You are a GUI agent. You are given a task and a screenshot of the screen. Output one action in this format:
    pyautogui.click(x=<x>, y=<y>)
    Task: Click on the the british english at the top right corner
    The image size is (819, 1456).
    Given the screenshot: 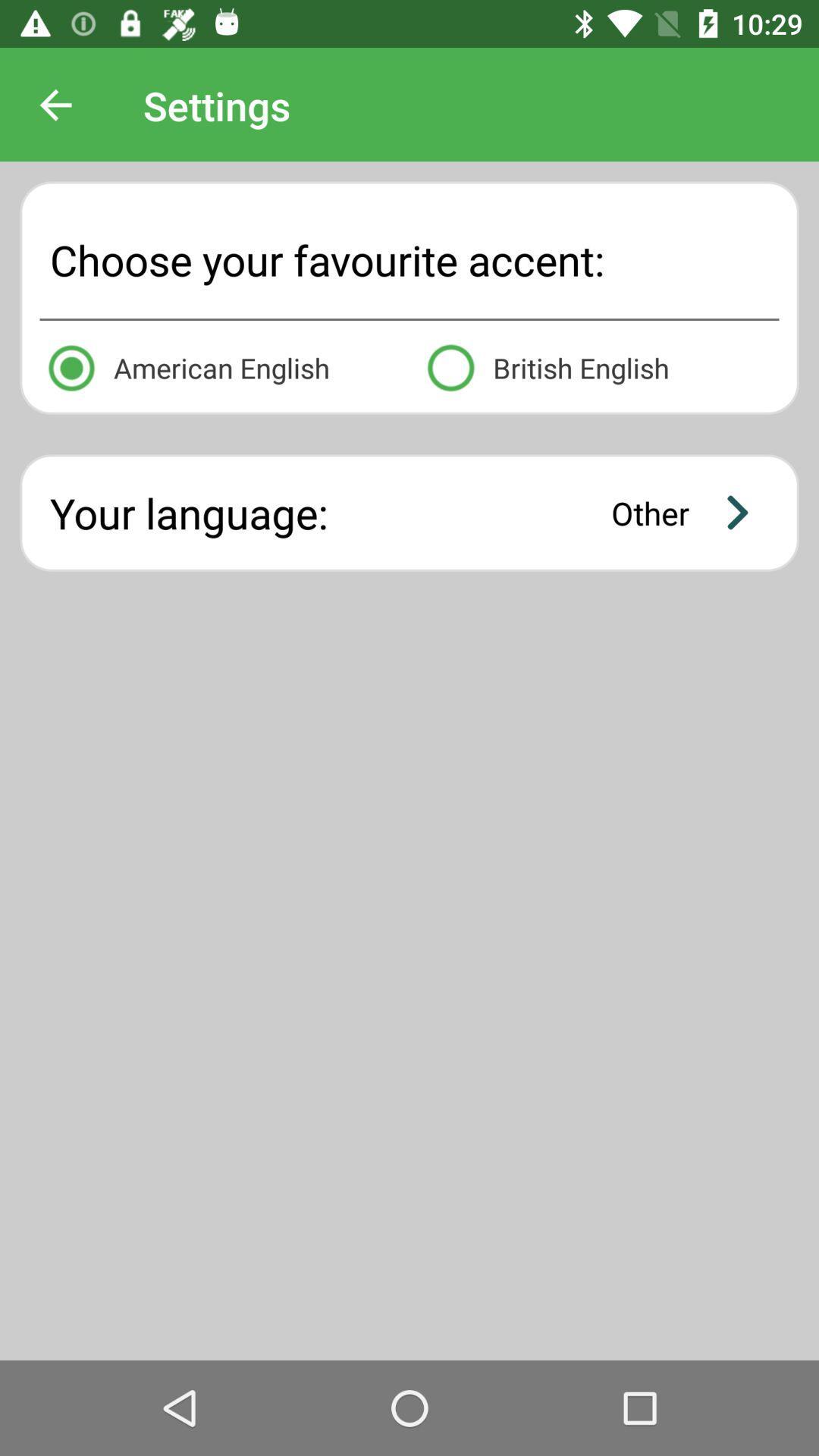 What is the action you would take?
    pyautogui.click(x=598, y=365)
    